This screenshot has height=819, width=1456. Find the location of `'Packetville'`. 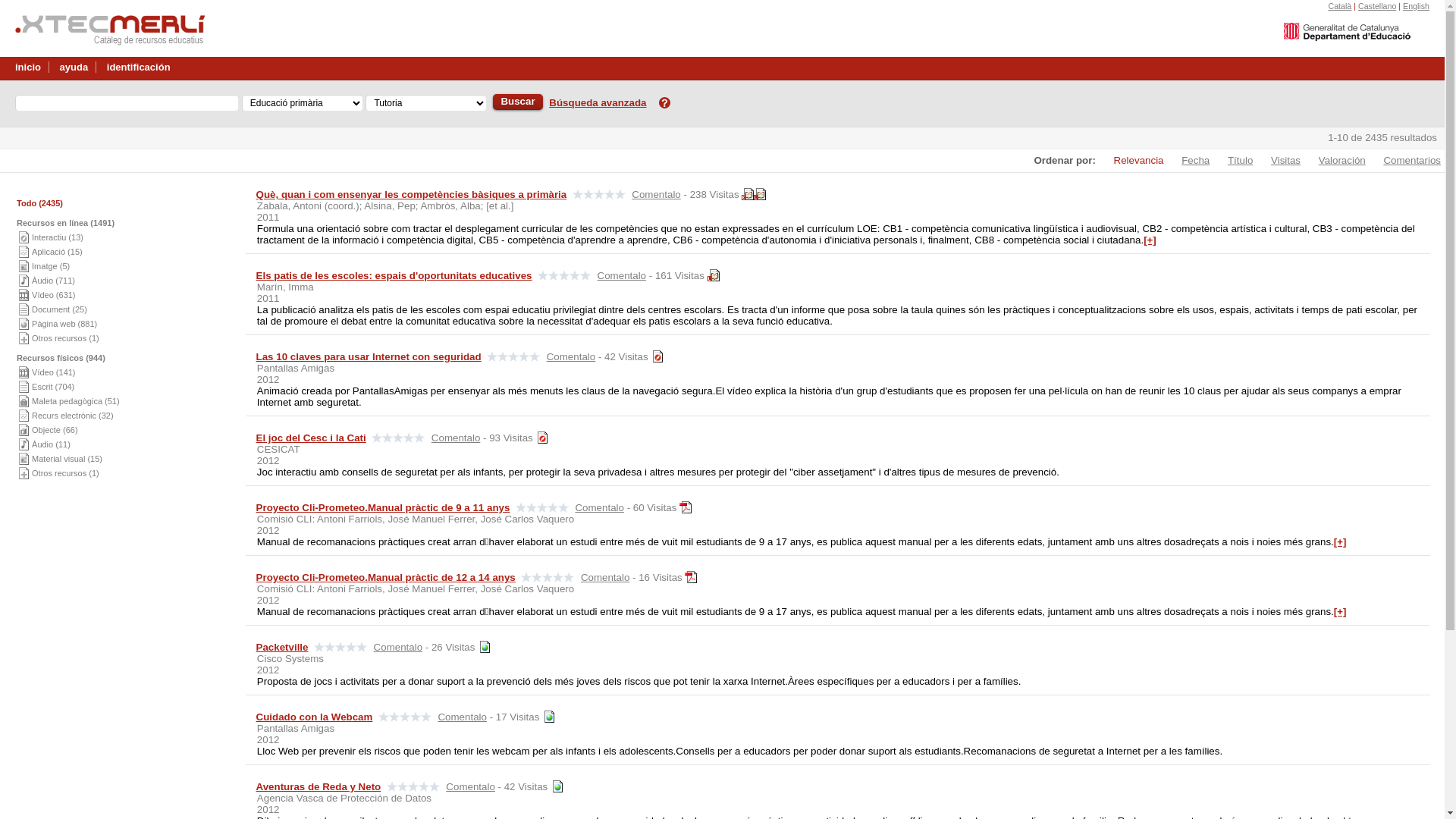

'Packetville' is located at coordinates (282, 647).